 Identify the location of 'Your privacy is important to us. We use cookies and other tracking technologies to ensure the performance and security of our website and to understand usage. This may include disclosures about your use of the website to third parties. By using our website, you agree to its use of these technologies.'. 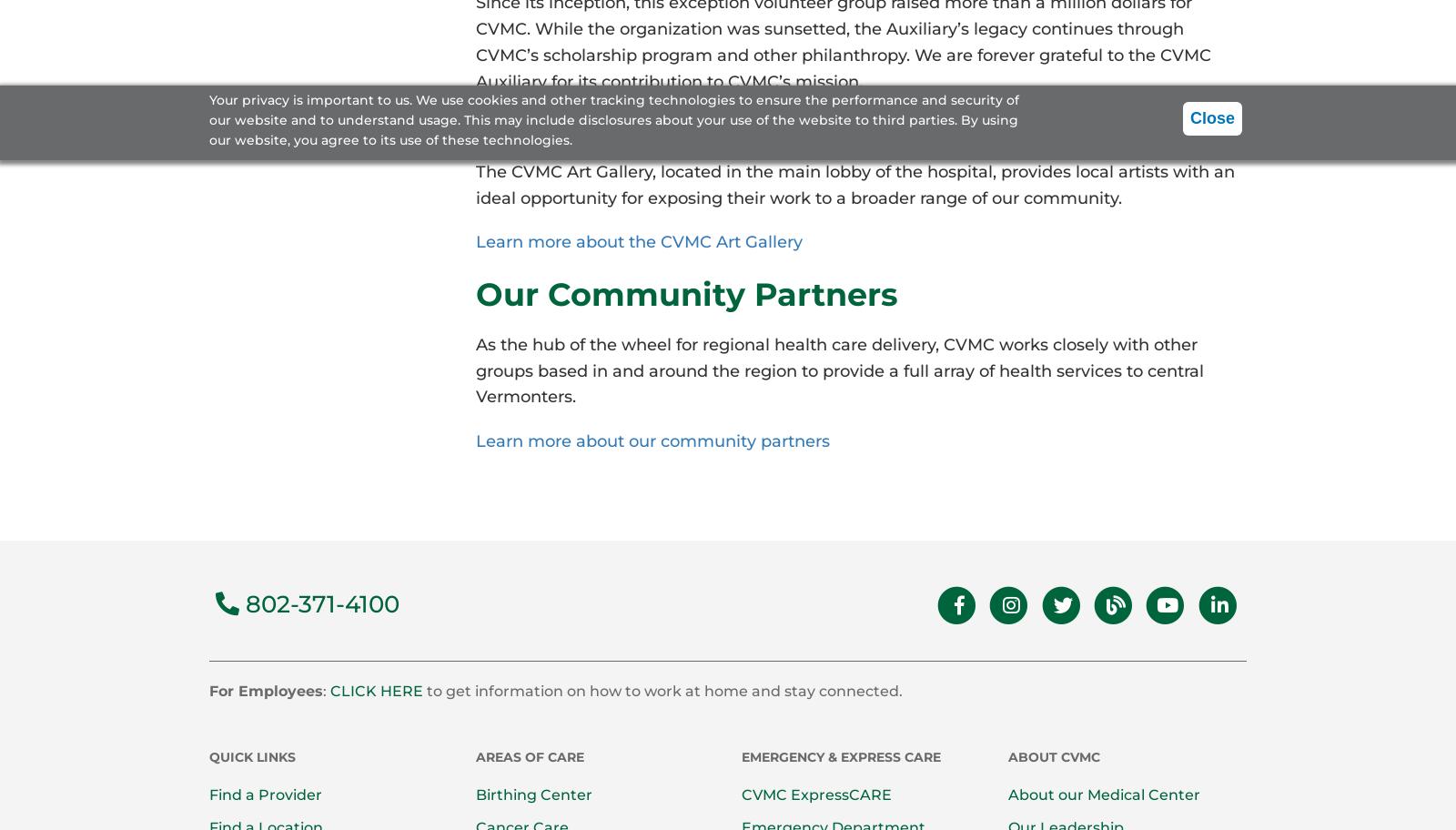
(208, 118).